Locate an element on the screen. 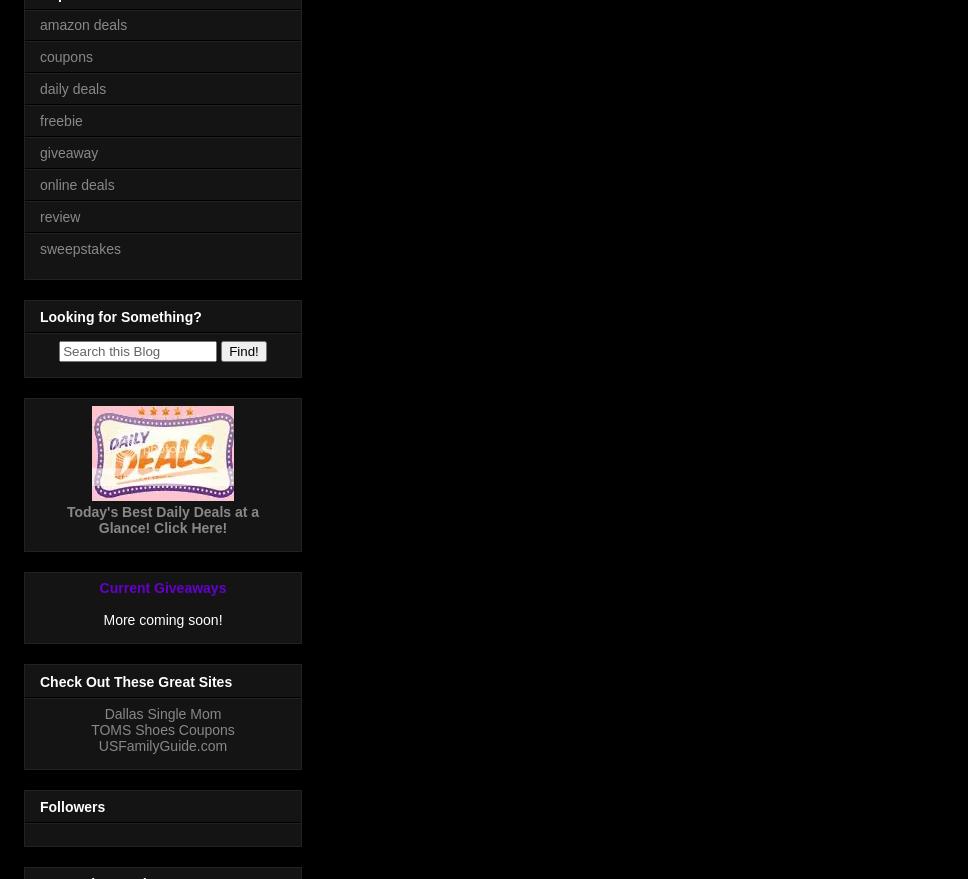 The height and width of the screenshot is (879, 968). 'daily deals' is located at coordinates (71, 86).